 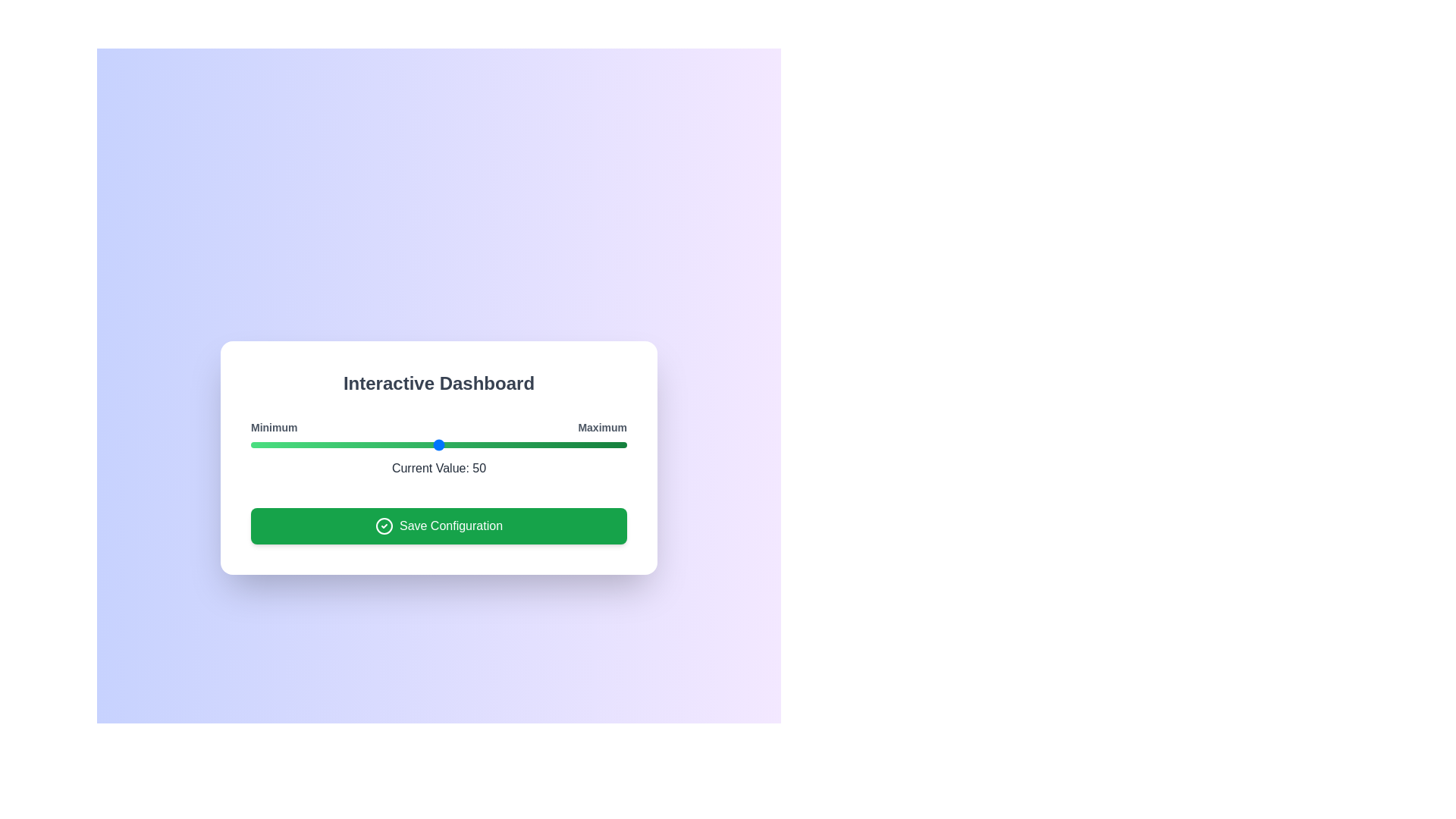 What do you see at coordinates (288, 444) in the screenshot?
I see `the slider to set its value to 10` at bounding box center [288, 444].